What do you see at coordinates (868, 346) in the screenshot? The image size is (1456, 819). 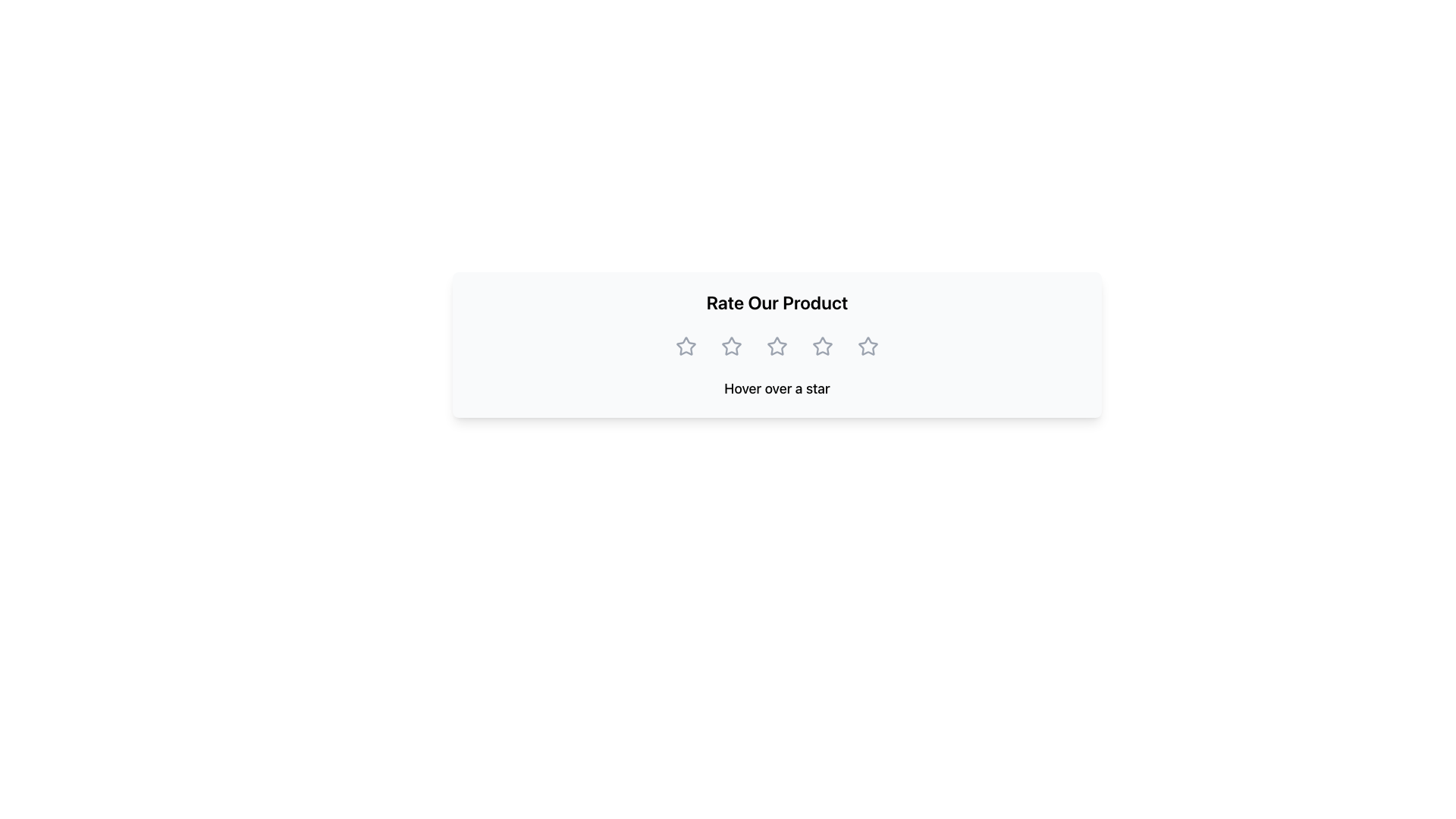 I see `keyboard navigation` at bounding box center [868, 346].